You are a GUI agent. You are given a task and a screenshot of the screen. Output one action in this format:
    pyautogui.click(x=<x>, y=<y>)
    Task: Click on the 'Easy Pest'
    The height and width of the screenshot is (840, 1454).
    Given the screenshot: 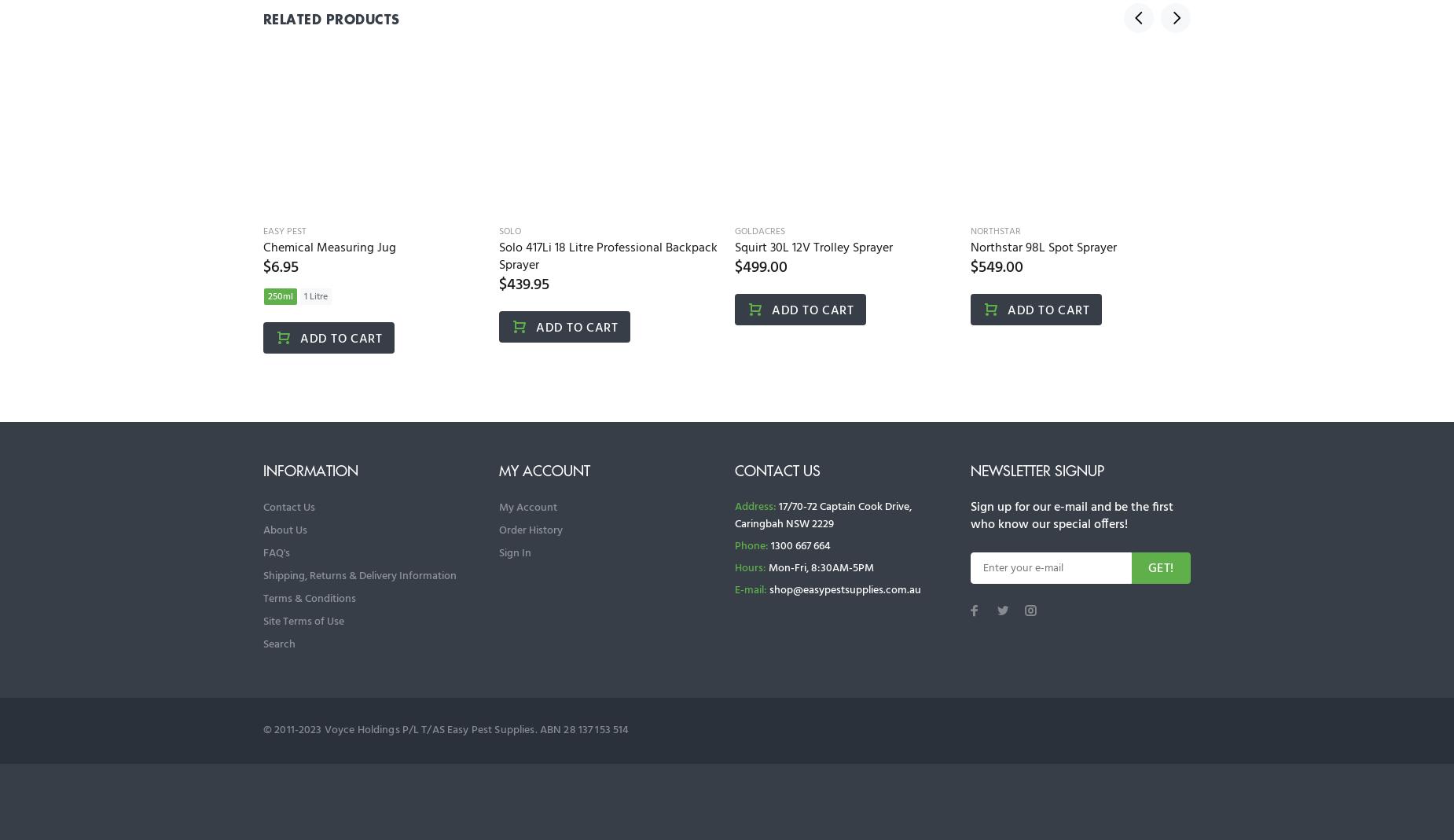 What is the action you would take?
    pyautogui.click(x=284, y=231)
    